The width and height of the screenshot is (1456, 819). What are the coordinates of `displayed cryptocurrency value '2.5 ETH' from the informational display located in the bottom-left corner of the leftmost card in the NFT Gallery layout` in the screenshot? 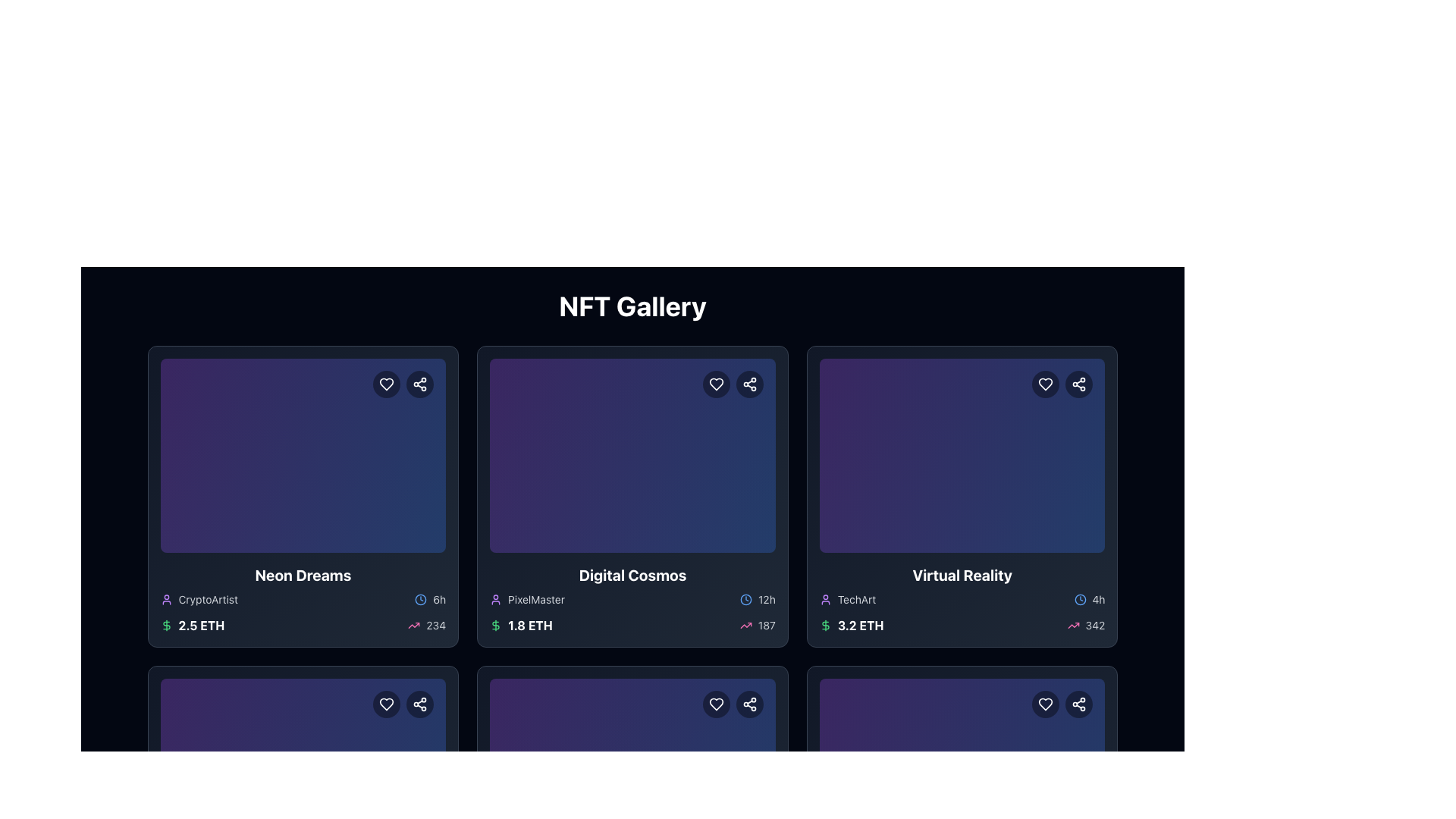 It's located at (192, 626).